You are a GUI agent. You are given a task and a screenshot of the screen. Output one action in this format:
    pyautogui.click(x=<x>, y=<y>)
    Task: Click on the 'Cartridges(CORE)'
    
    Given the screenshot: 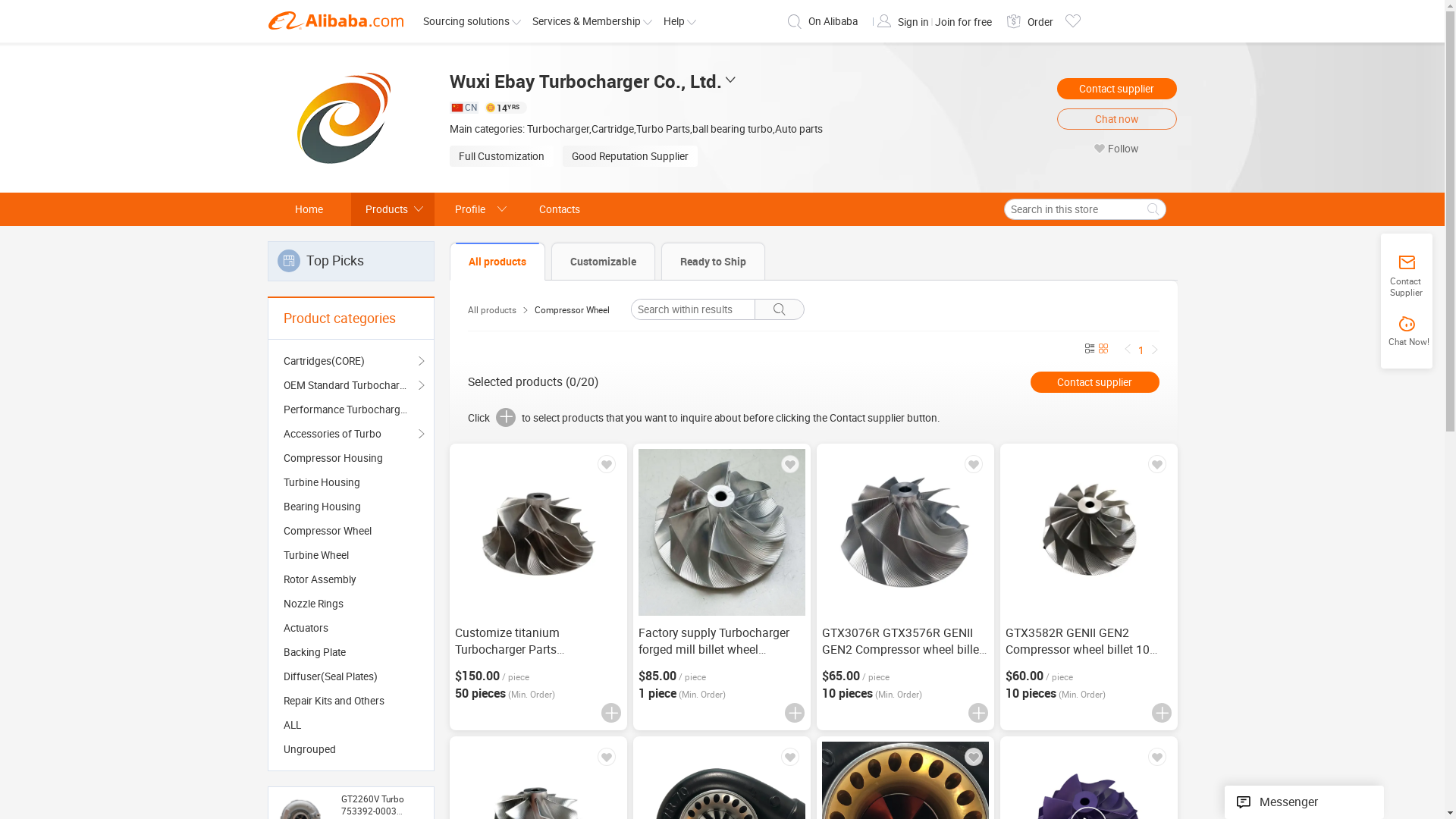 What is the action you would take?
    pyautogui.click(x=350, y=360)
    